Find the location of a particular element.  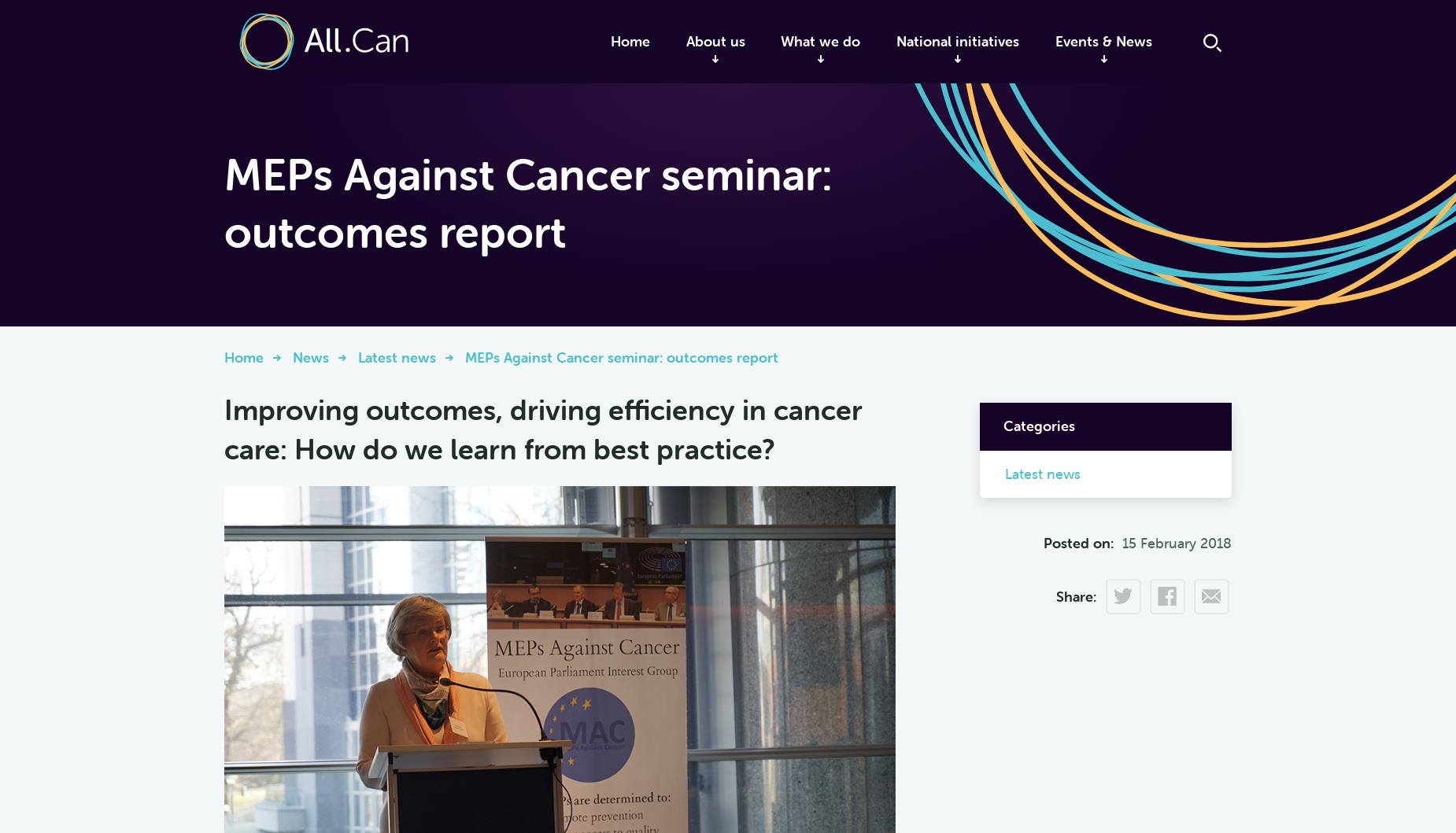

'Events & News' is located at coordinates (1103, 40).